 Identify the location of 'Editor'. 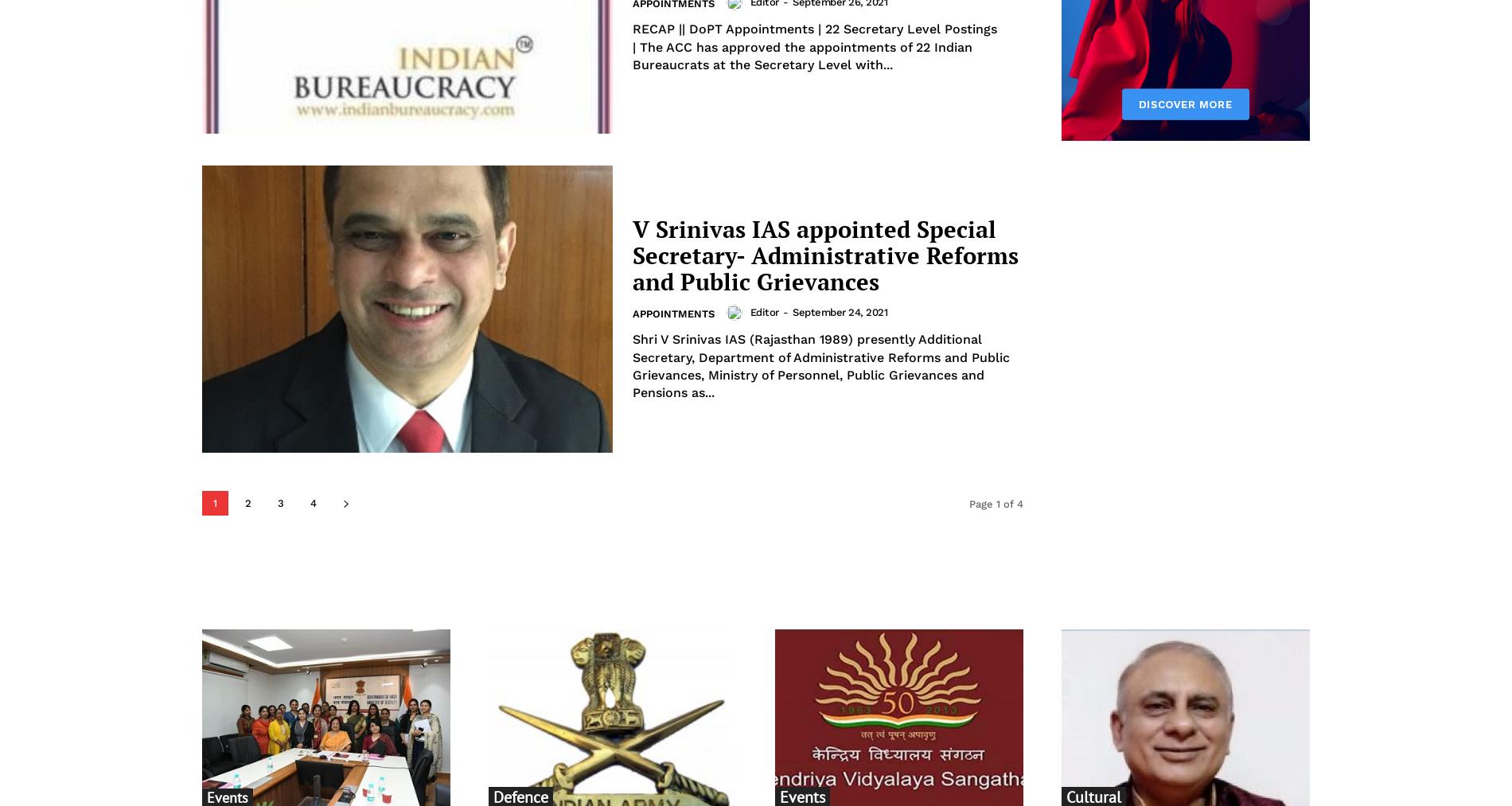
(764, 312).